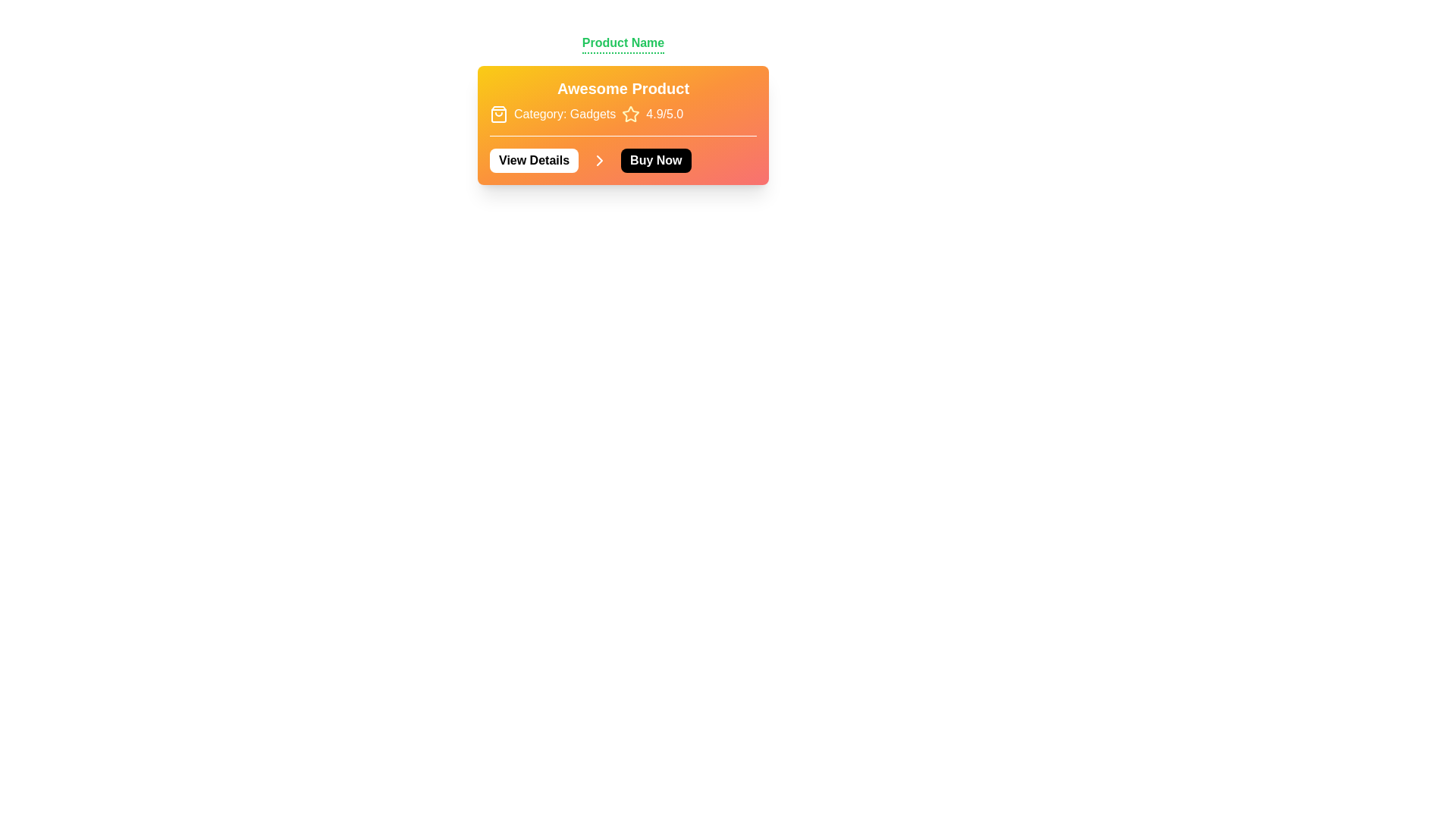  I want to click on the text label displaying '4.9/5.0', which is positioned to the right of the yellow star icon in the top section of the card interface, so click(664, 113).